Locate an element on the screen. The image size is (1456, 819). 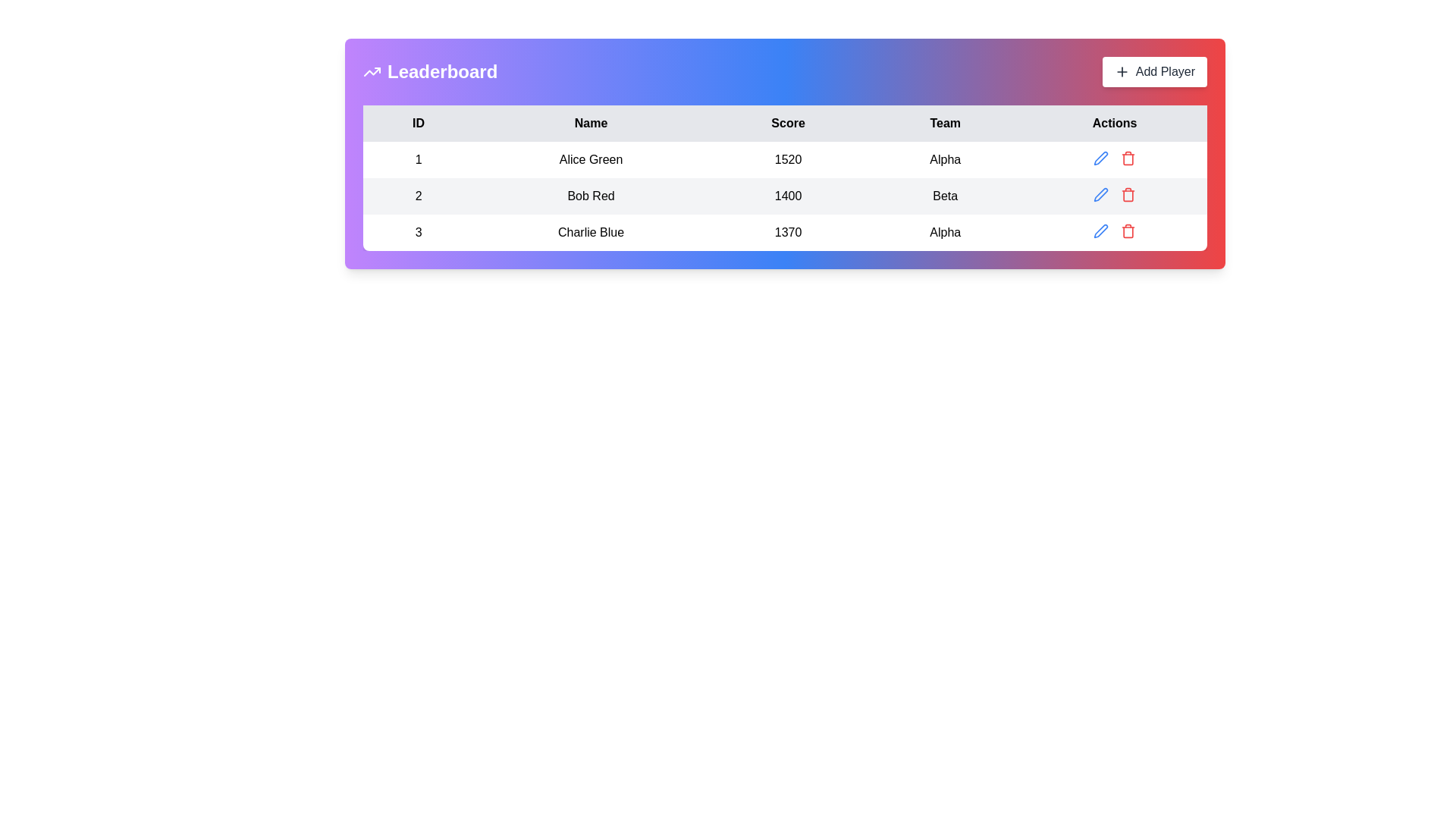
the static text displaying the score for the player 'Alice Green' in the leaderboard table, specifically located in the third column of the first row is located at coordinates (788, 160).